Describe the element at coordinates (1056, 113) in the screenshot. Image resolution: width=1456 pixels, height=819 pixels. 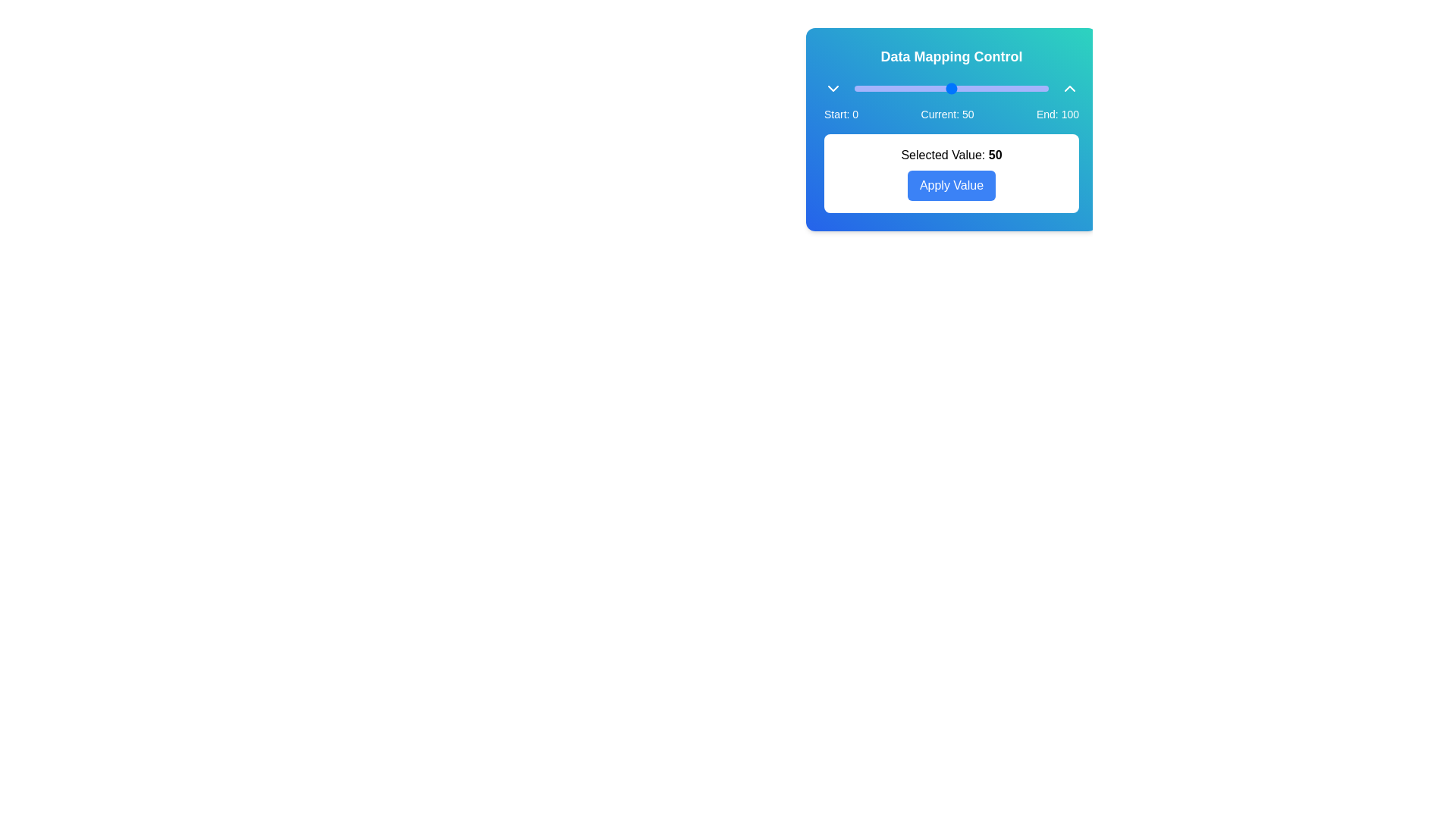
I see `the Text Label displaying 'End: 100', which is located towards the upper-right corner of the component, beneath the slider element` at that location.